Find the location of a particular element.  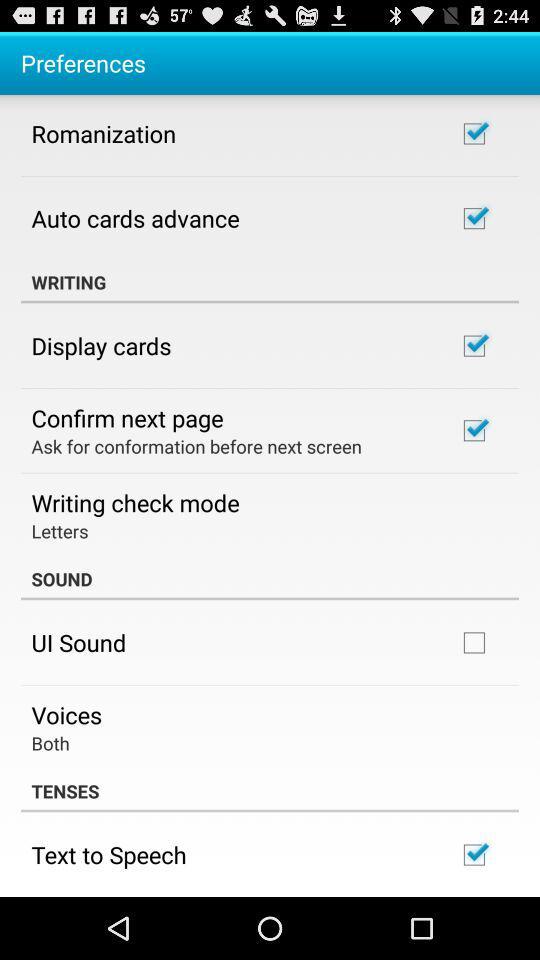

the check box for display cards is located at coordinates (473, 345).